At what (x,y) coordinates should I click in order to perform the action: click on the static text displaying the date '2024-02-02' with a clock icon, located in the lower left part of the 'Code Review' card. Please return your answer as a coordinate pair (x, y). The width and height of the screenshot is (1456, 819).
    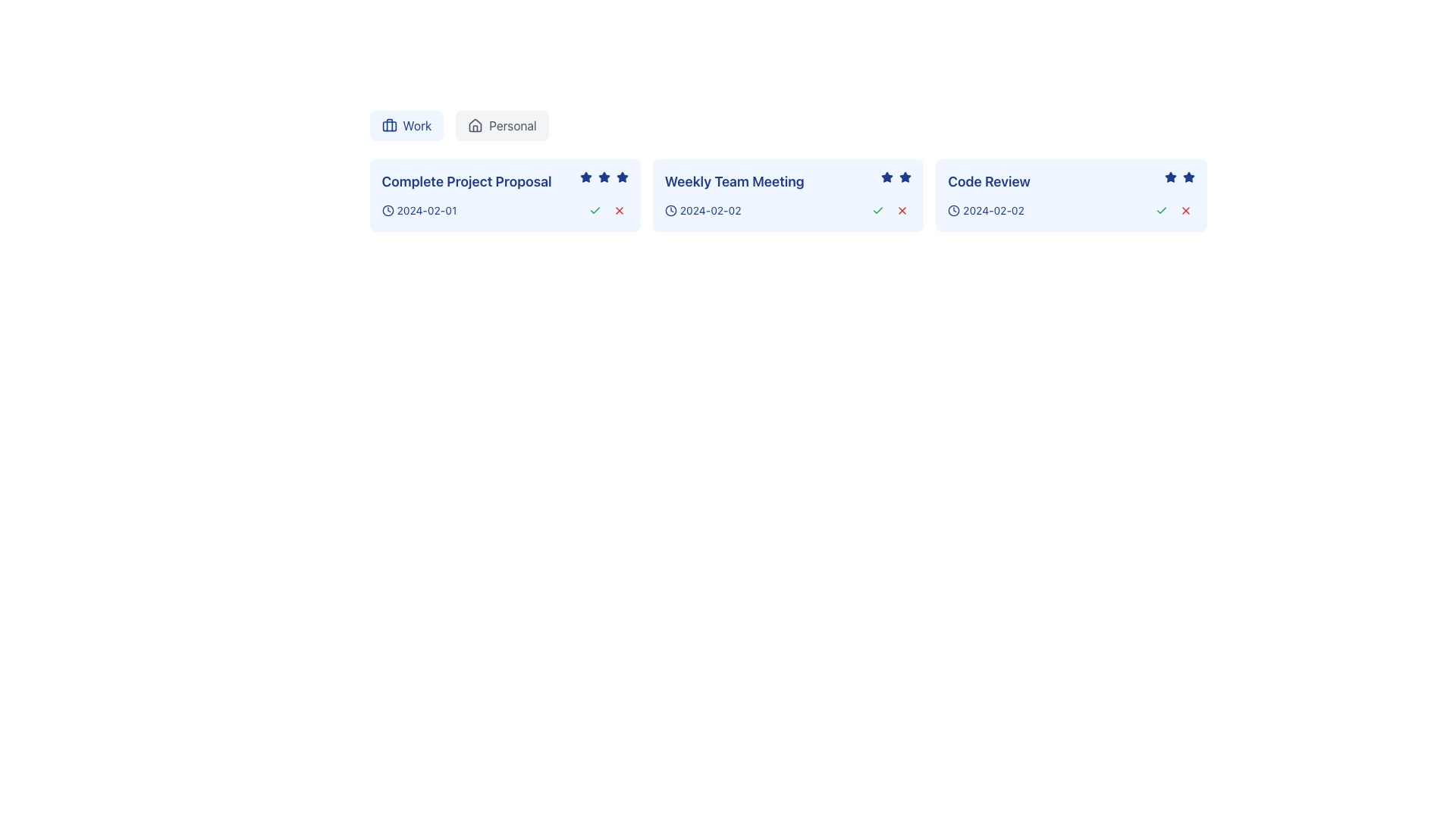
    Looking at the image, I should click on (986, 210).